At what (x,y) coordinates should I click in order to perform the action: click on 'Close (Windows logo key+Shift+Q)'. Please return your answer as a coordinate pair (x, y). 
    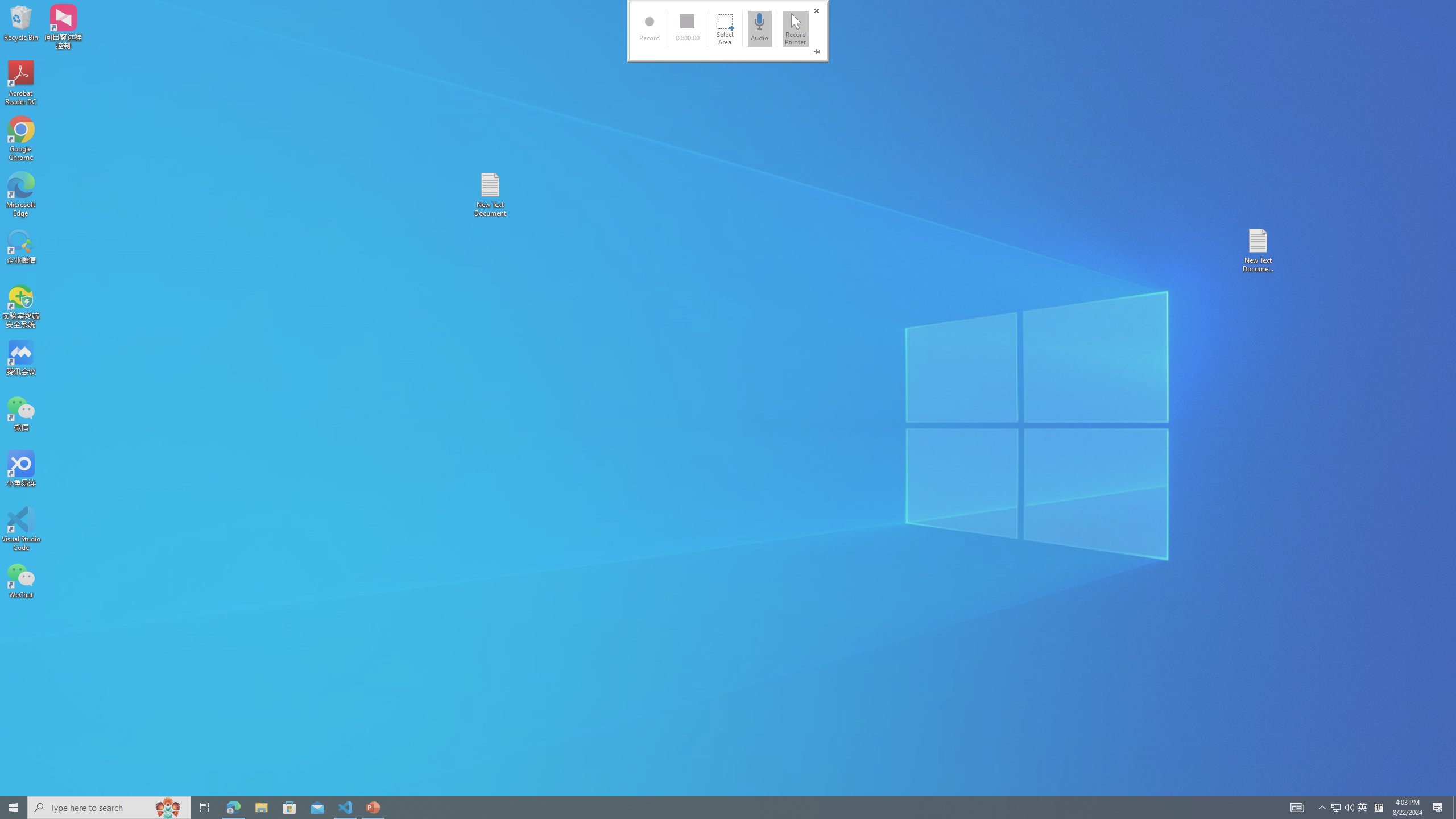
    Looking at the image, I should click on (816, 11).